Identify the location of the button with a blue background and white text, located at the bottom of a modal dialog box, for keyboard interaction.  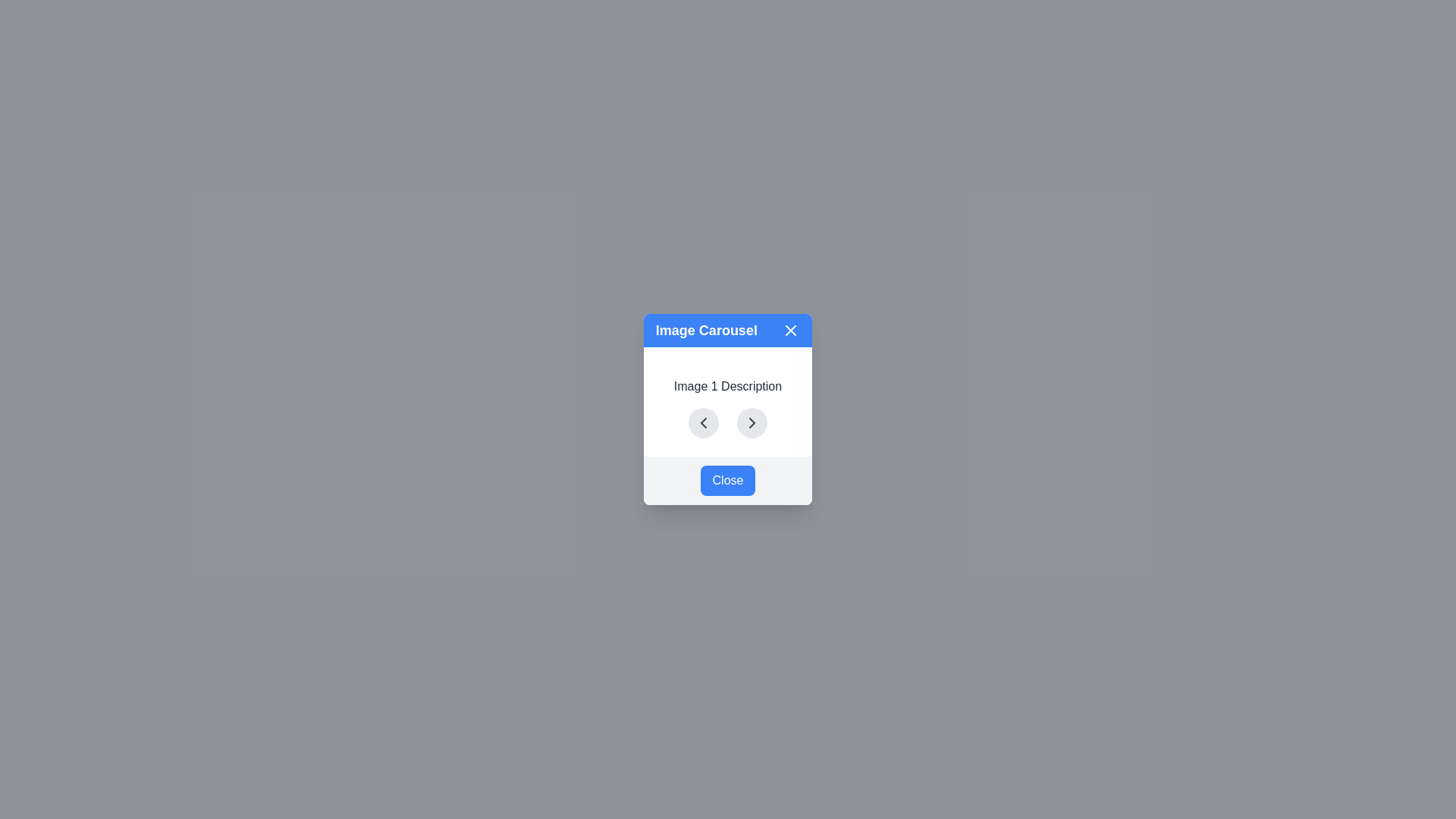
(728, 480).